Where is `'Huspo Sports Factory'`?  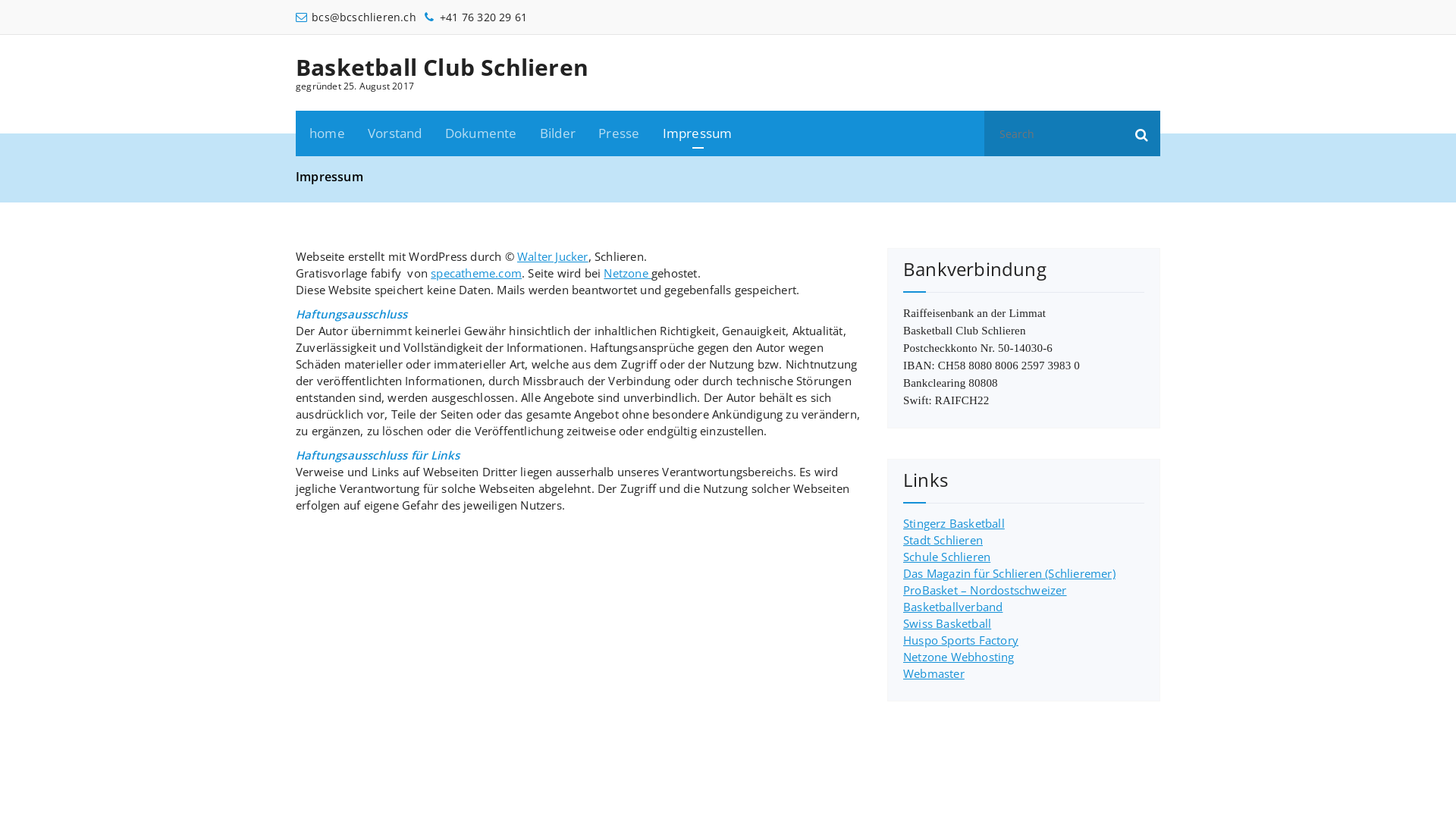
'Huspo Sports Factory' is located at coordinates (960, 640).